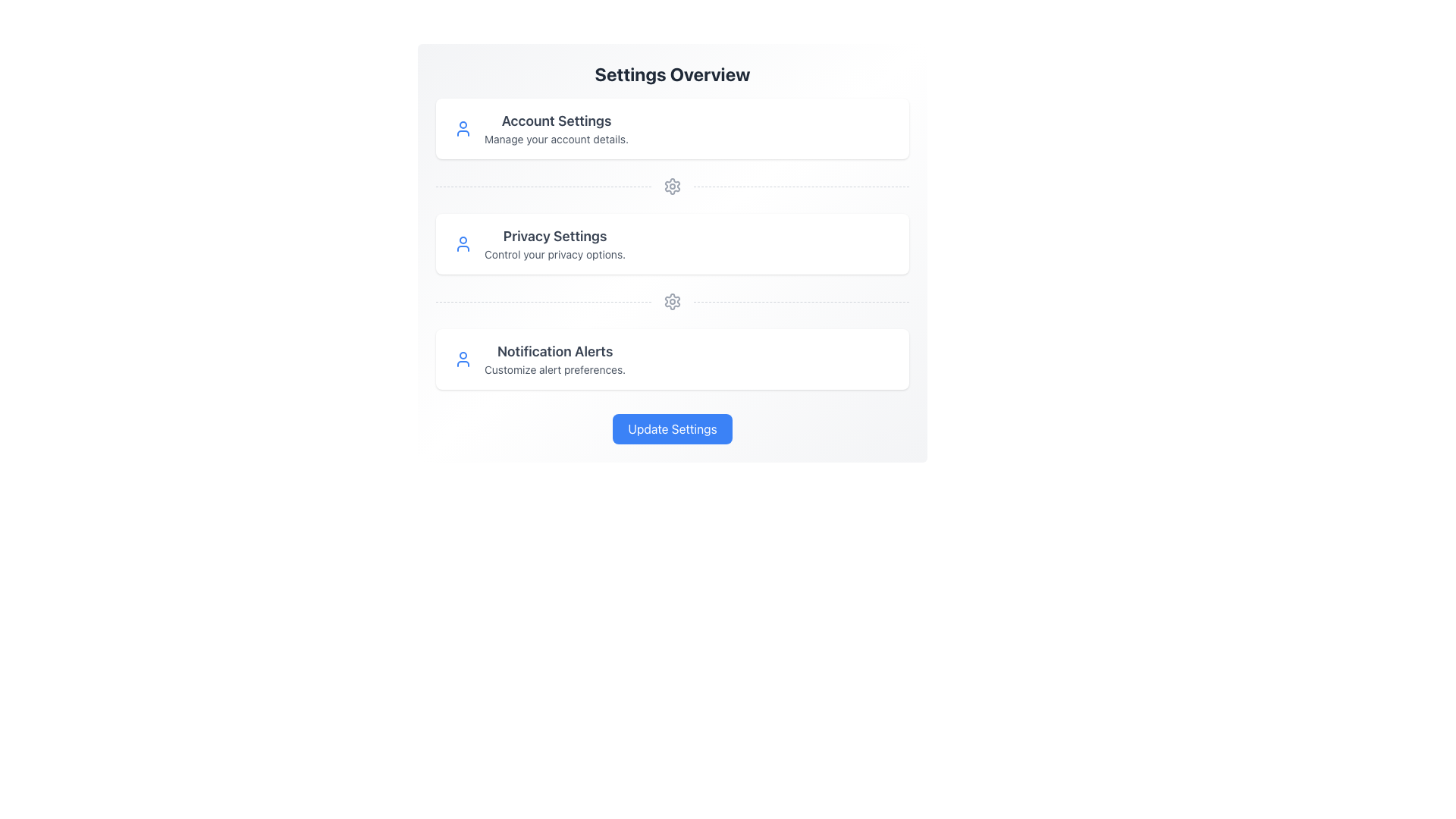 Image resolution: width=1456 pixels, height=819 pixels. Describe the element at coordinates (554, 243) in the screenshot. I see `information displayed in the Text Display element located in the middle card of the vertical stack, which provides guidance on managing privacy settings` at that location.